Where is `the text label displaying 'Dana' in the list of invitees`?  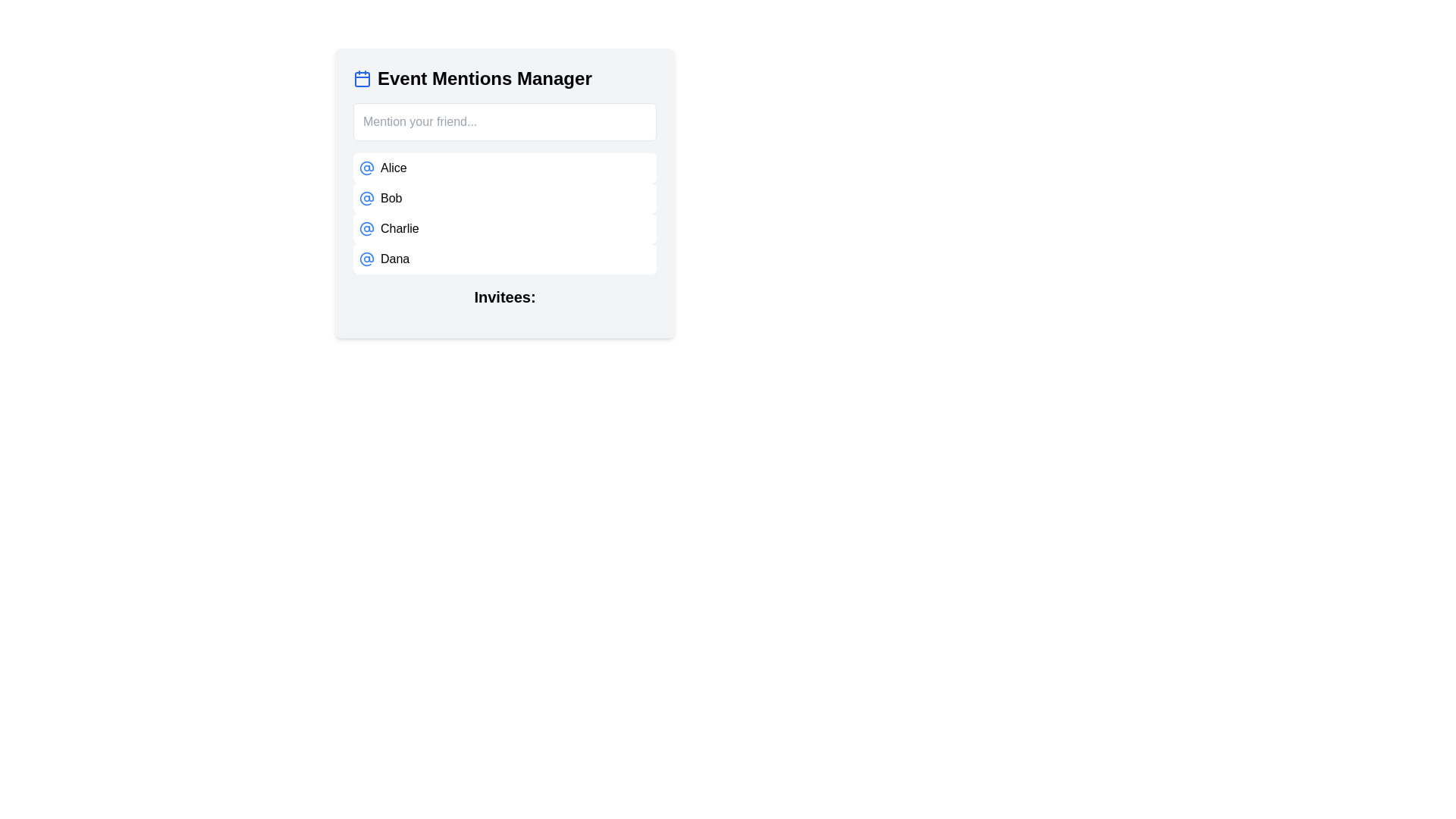 the text label displaying 'Dana' in the list of invitees is located at coordinates (395, 259).